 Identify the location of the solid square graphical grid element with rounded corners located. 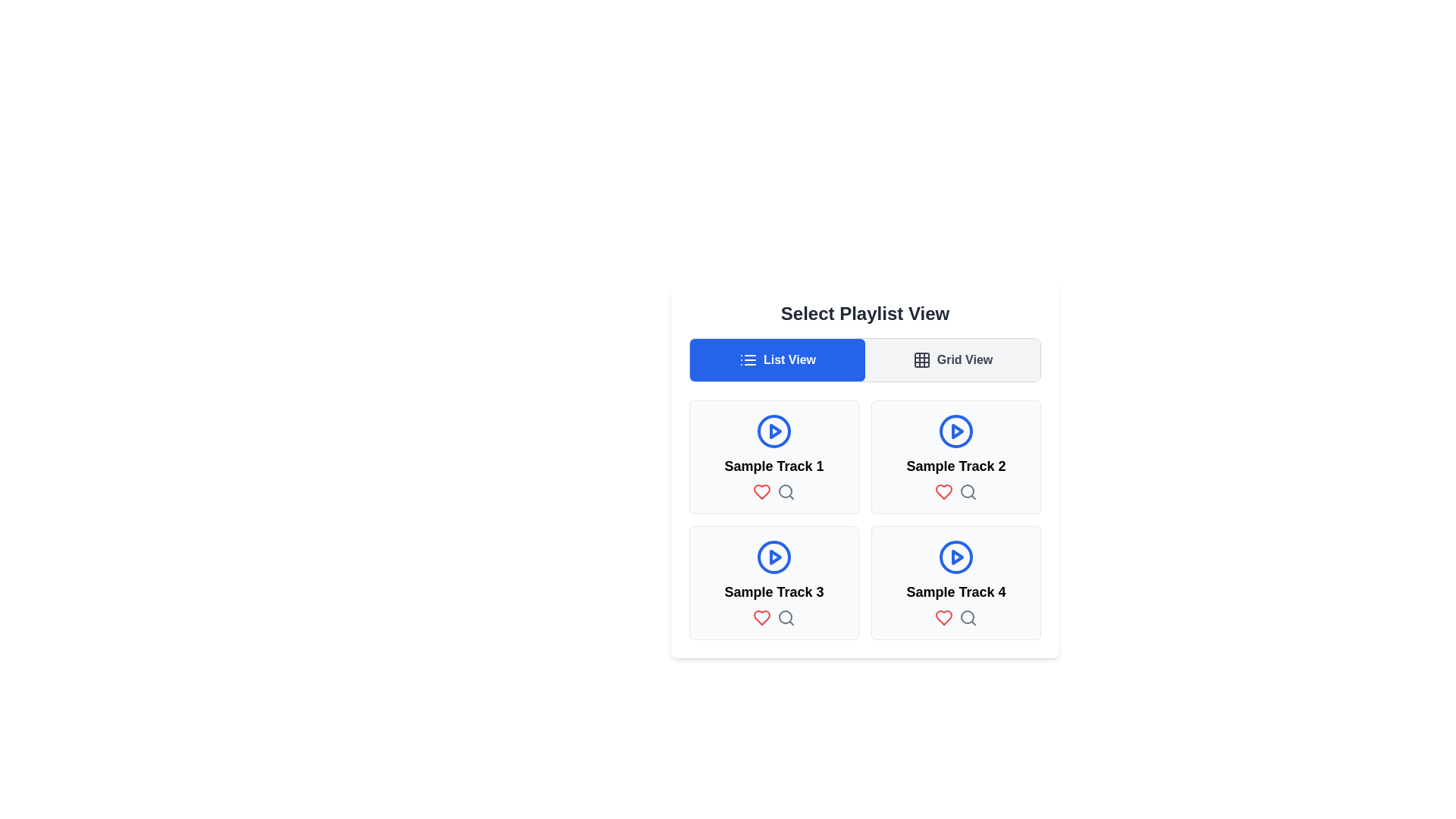
(920, 359).